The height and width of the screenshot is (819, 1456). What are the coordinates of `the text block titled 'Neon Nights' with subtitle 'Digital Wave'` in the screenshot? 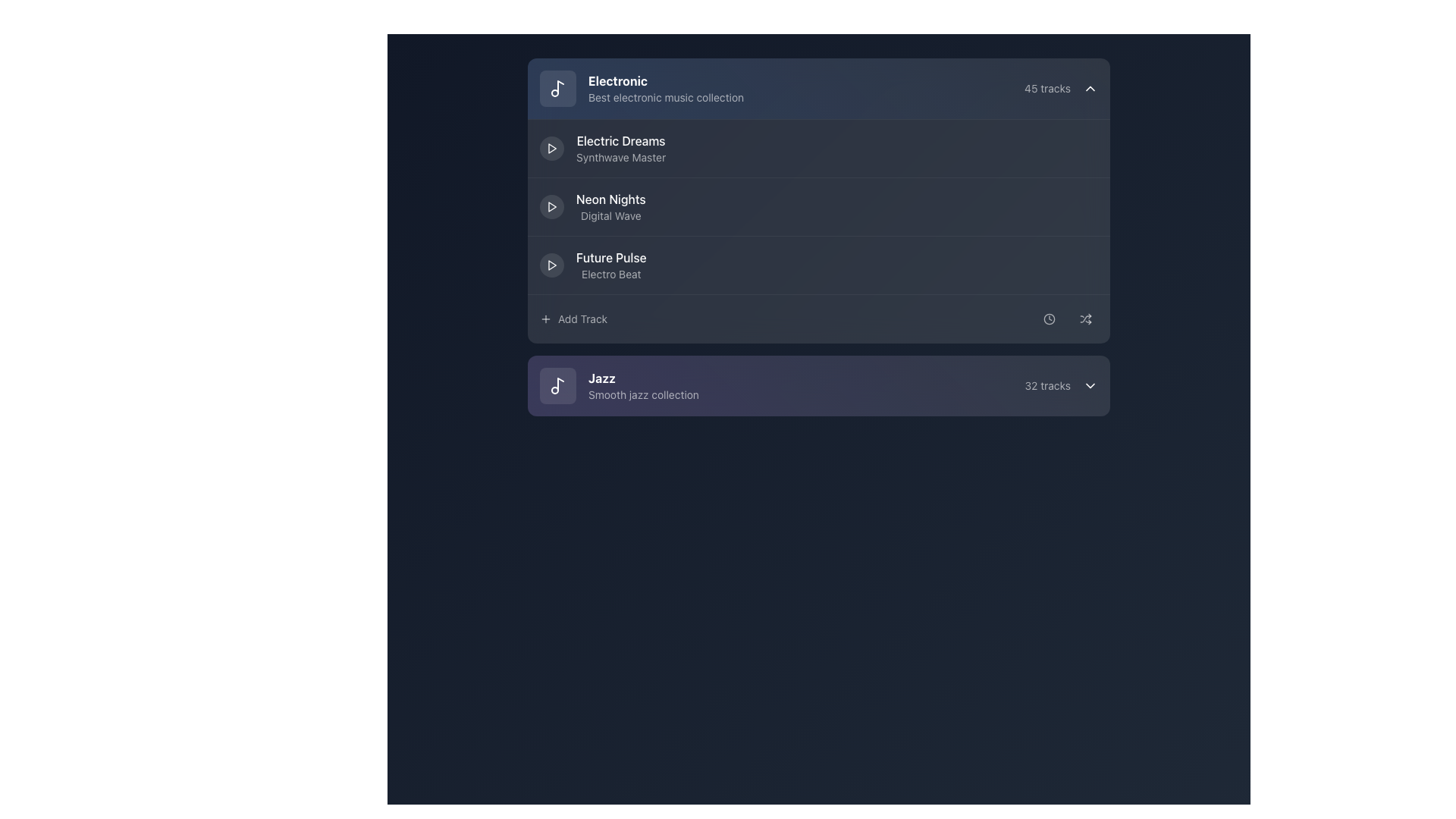 It's located at (610, 207).